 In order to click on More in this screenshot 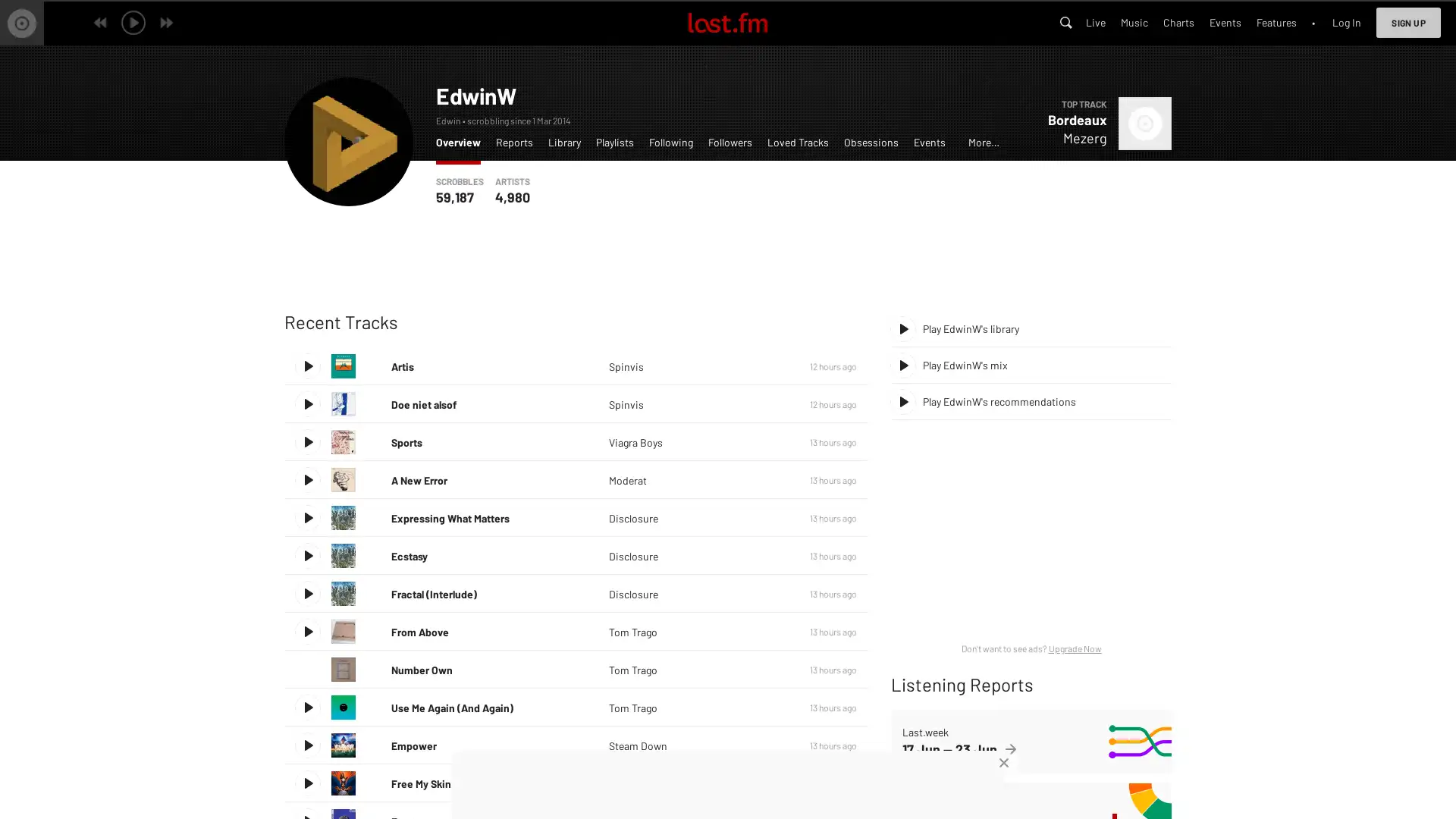, I will do `click(764, 403)`.